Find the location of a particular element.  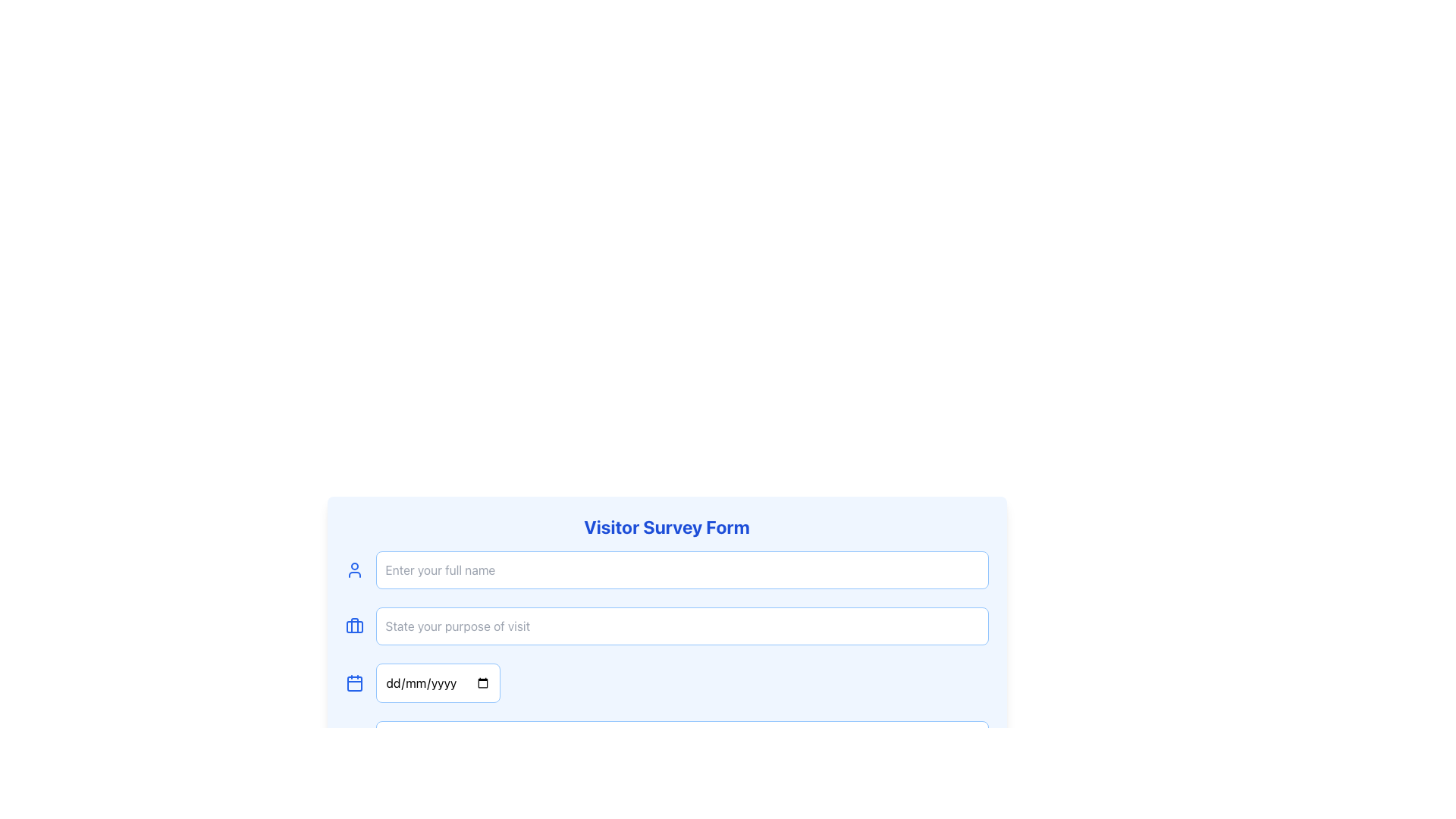

the user profile icon, which is a small blue silhouette icon located to the left of the 'Enter your full name' text input box is located at coordinates (353, 570).